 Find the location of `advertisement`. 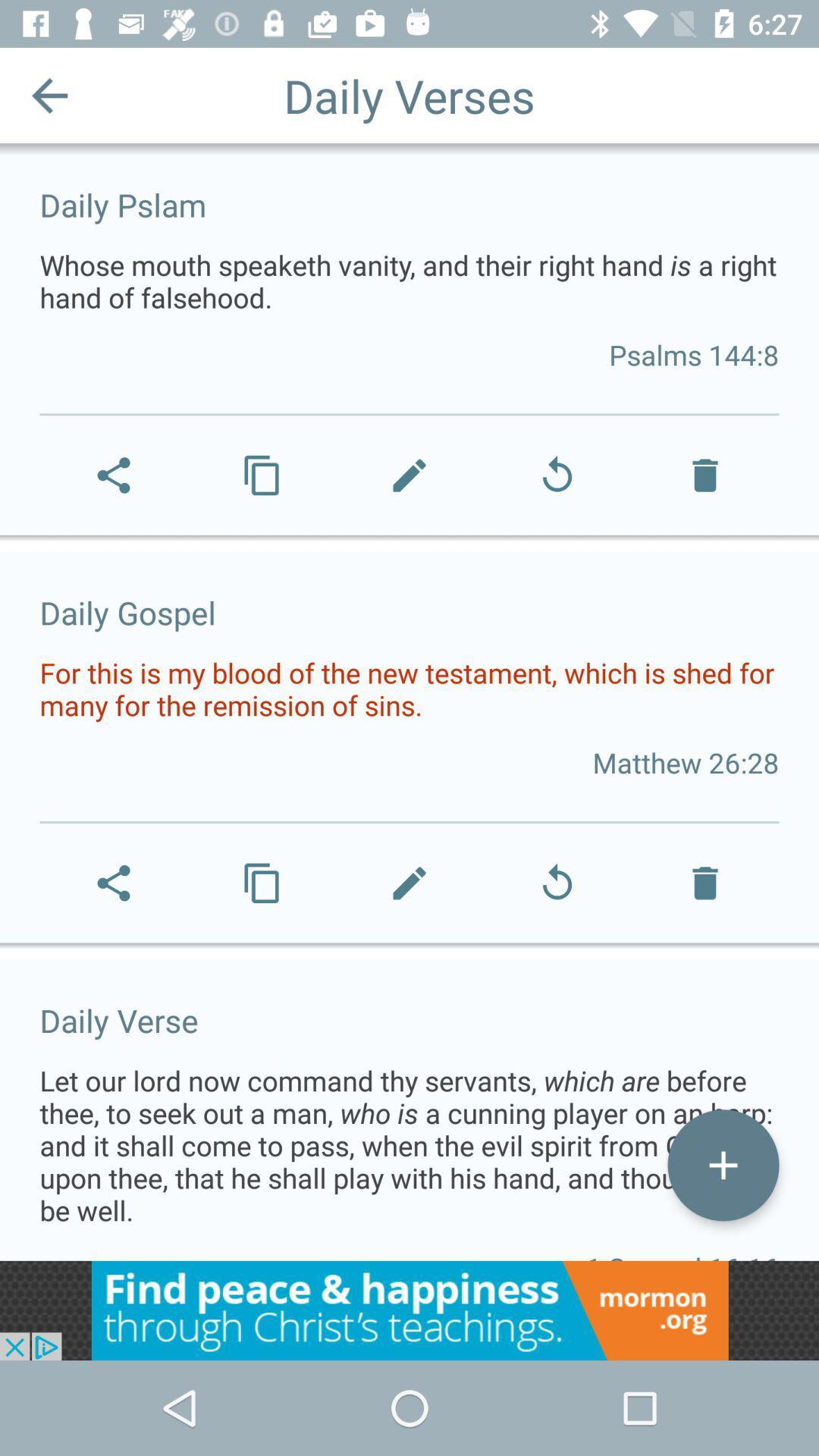

advertisement is located at coordinates (409, 1310).